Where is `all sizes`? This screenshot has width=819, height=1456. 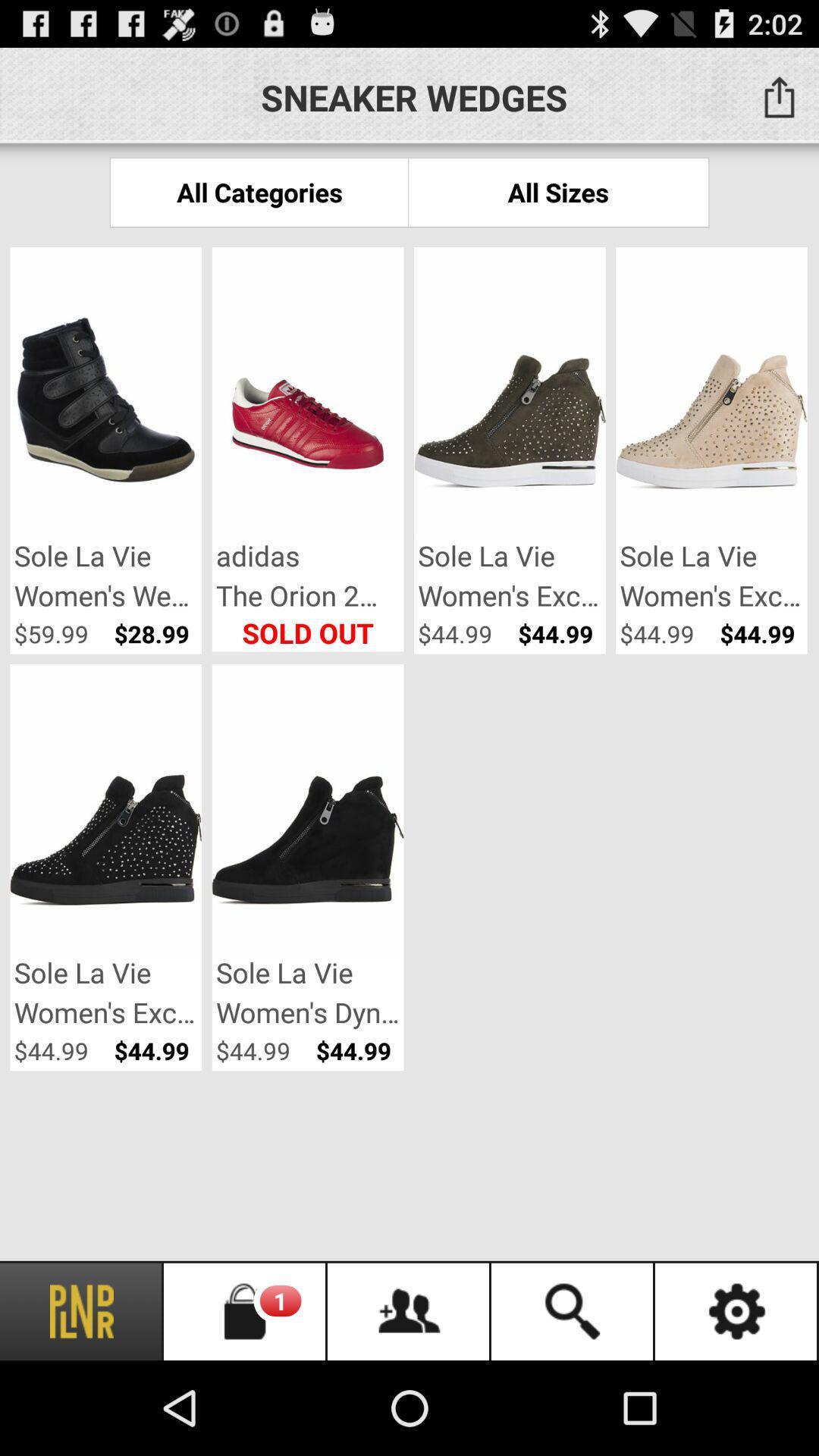
all sizes is located at coordinates (558, 191).